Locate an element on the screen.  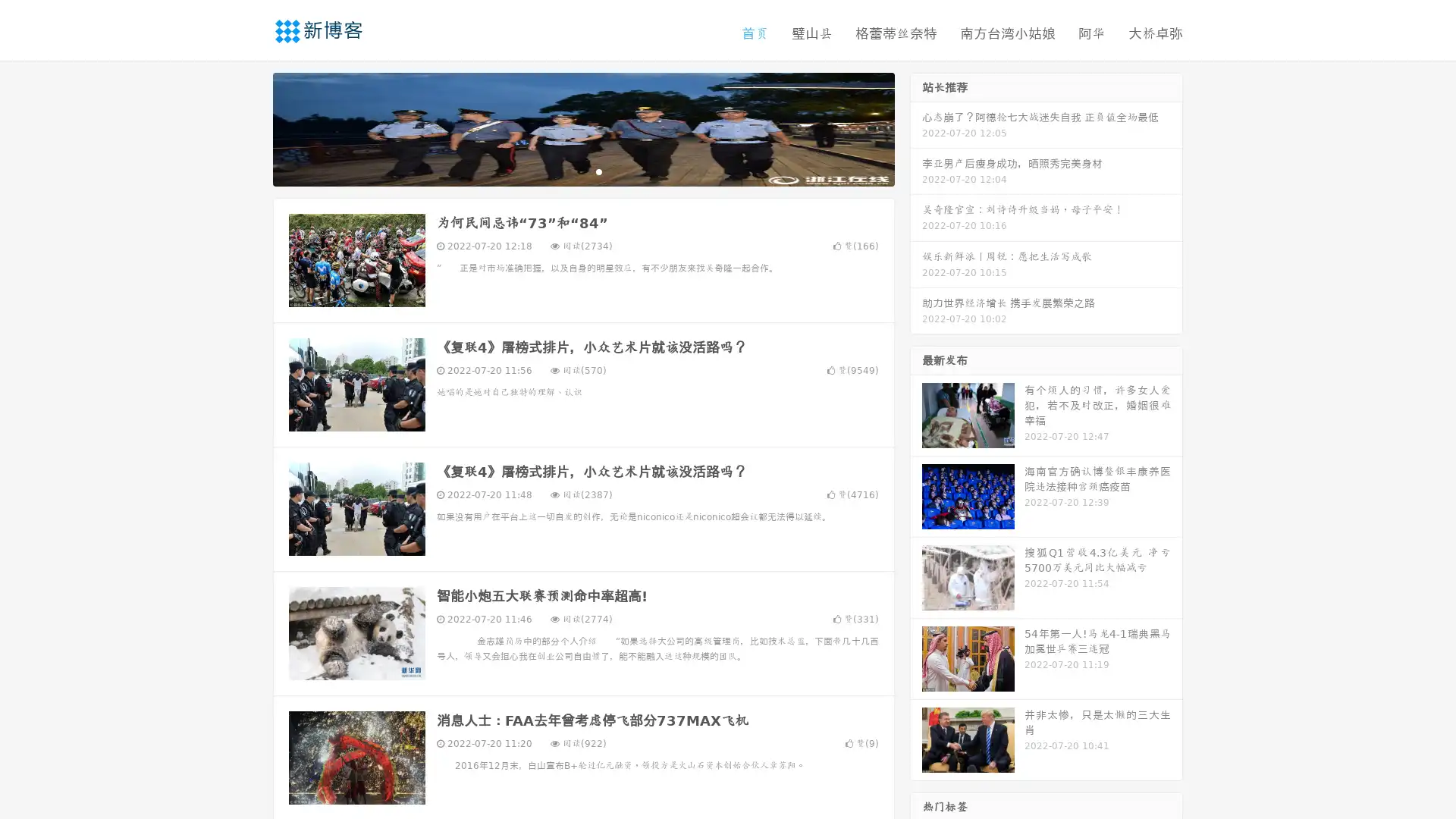
Go to slide 3 is located at coordinates (598, 171).